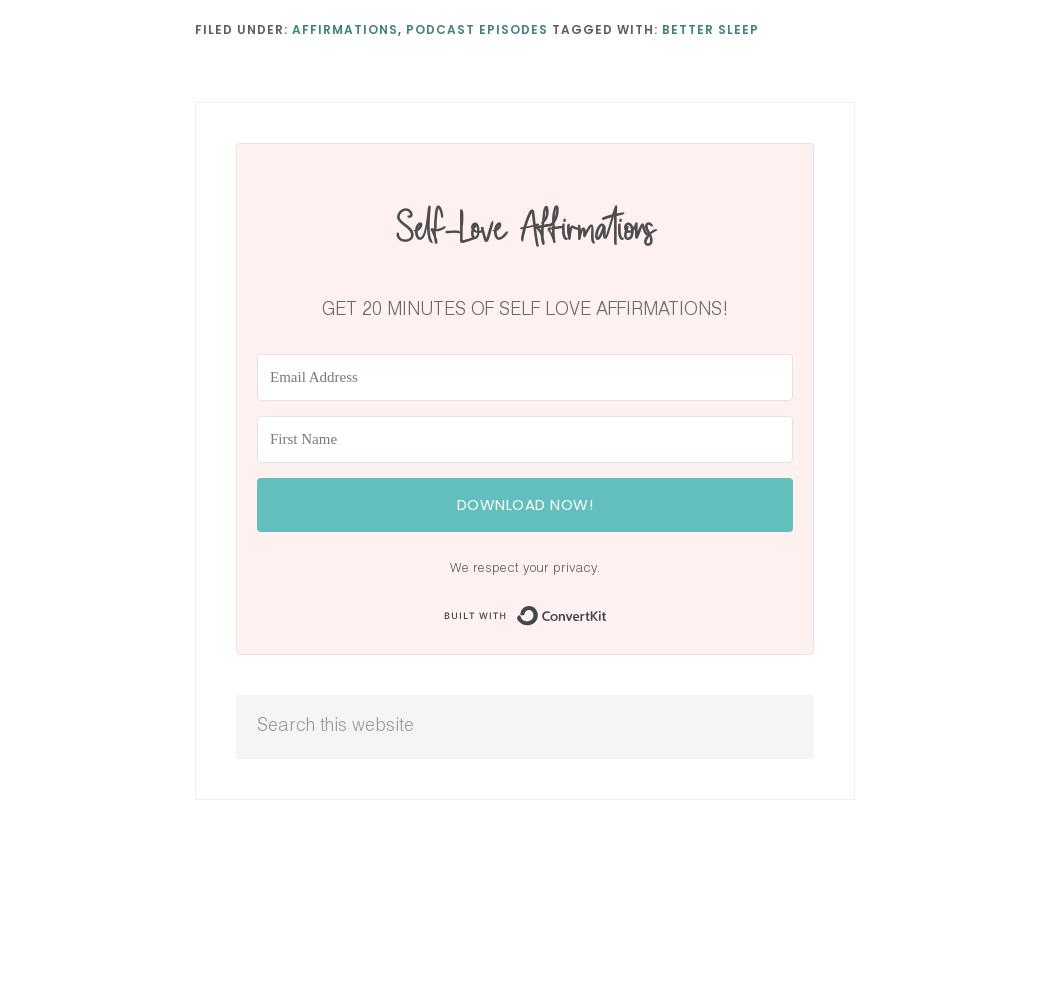 This screenshot has height=1006, width=1050. What do you see at coordinates (525, 309) in the screenshot?
I see `'GET 20 MINUTES OF SELF LOVE AFFIRMATIONS!'` at bounding box center [525, 309].